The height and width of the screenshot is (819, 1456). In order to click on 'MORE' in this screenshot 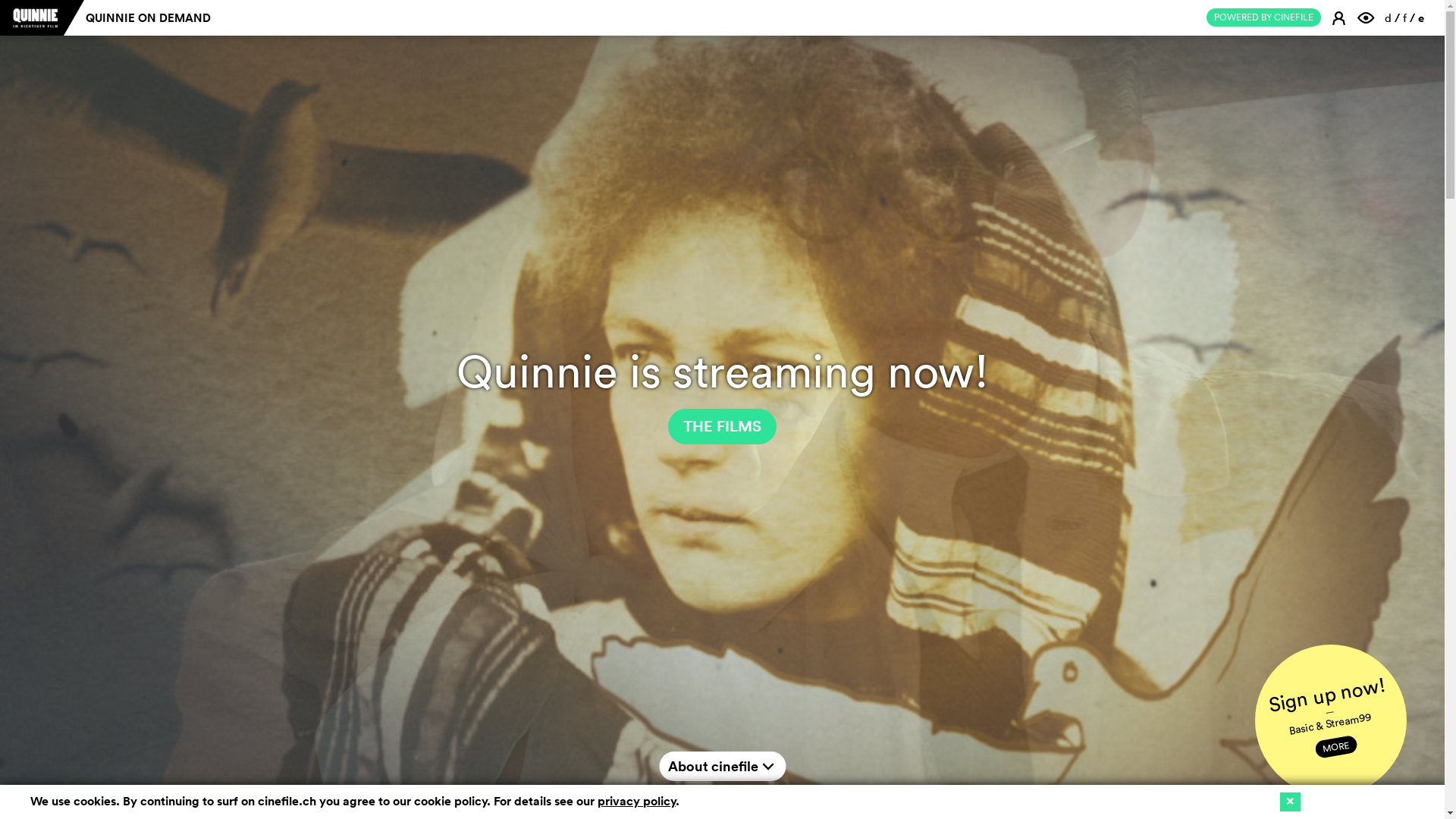, I will do `click(1335, 742)`.